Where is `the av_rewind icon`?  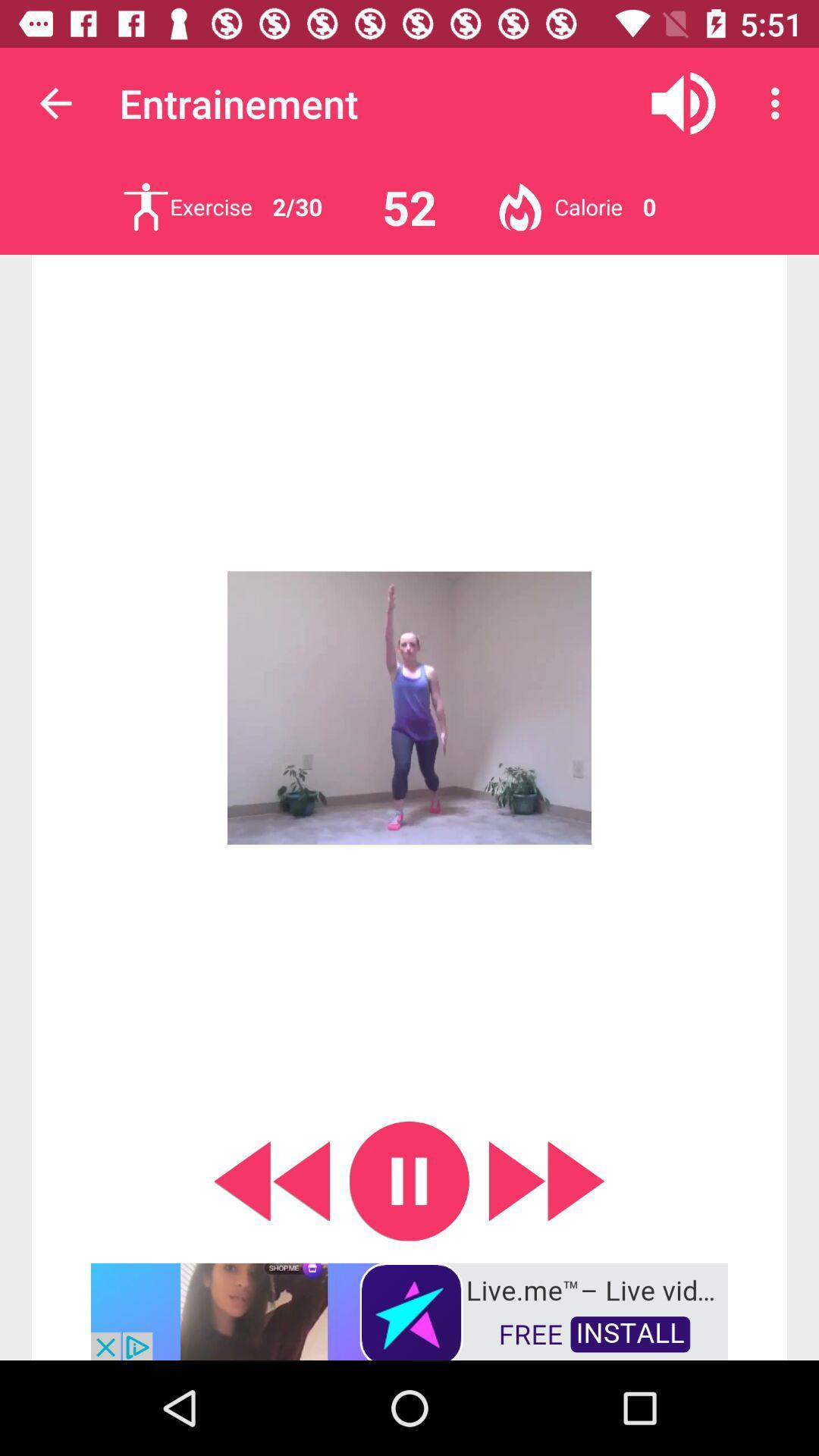 the av_rewind icon is located at coordinates (271, 1180).